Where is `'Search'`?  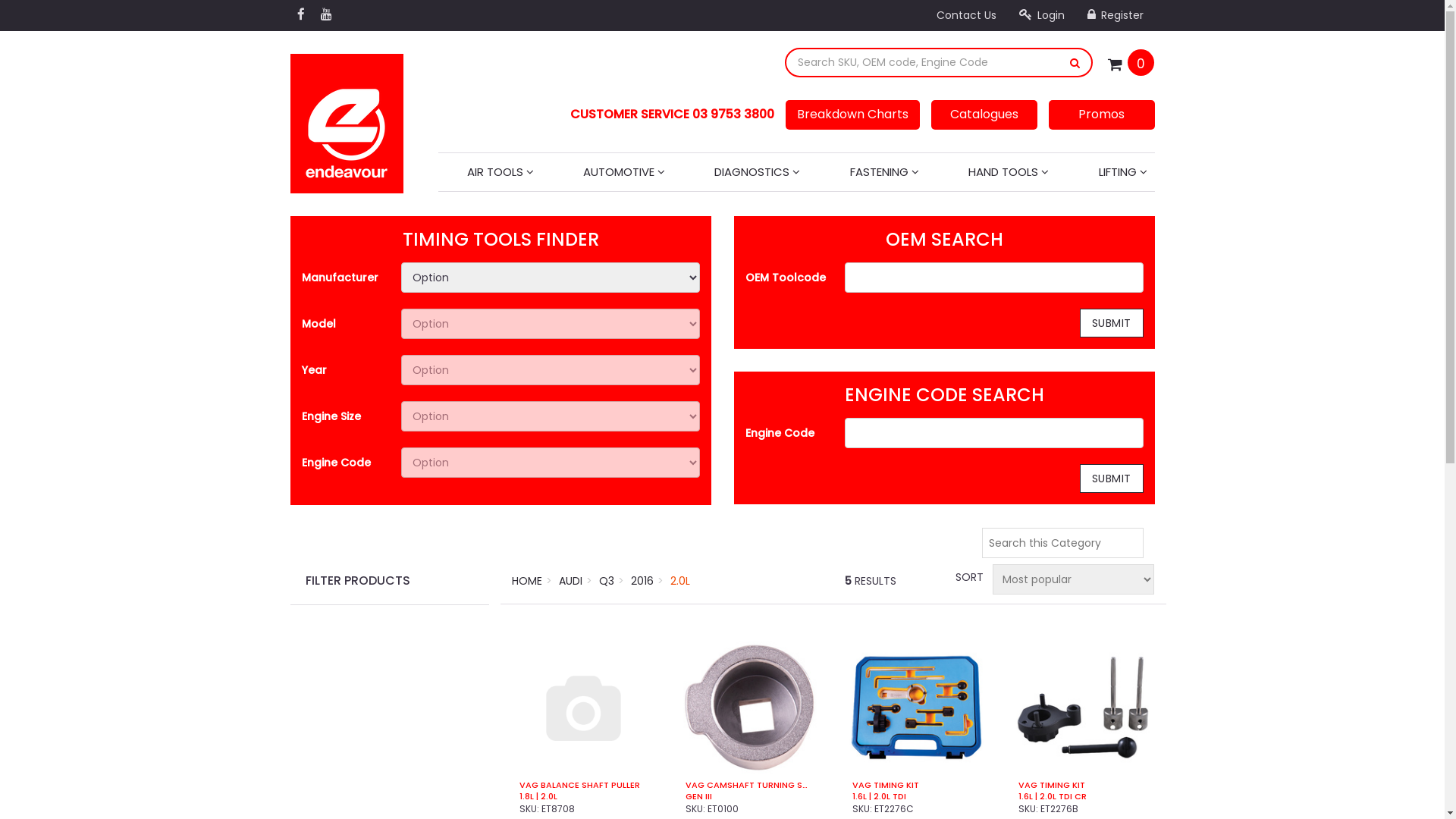
'Search' is located at coordinates (1074, 61).